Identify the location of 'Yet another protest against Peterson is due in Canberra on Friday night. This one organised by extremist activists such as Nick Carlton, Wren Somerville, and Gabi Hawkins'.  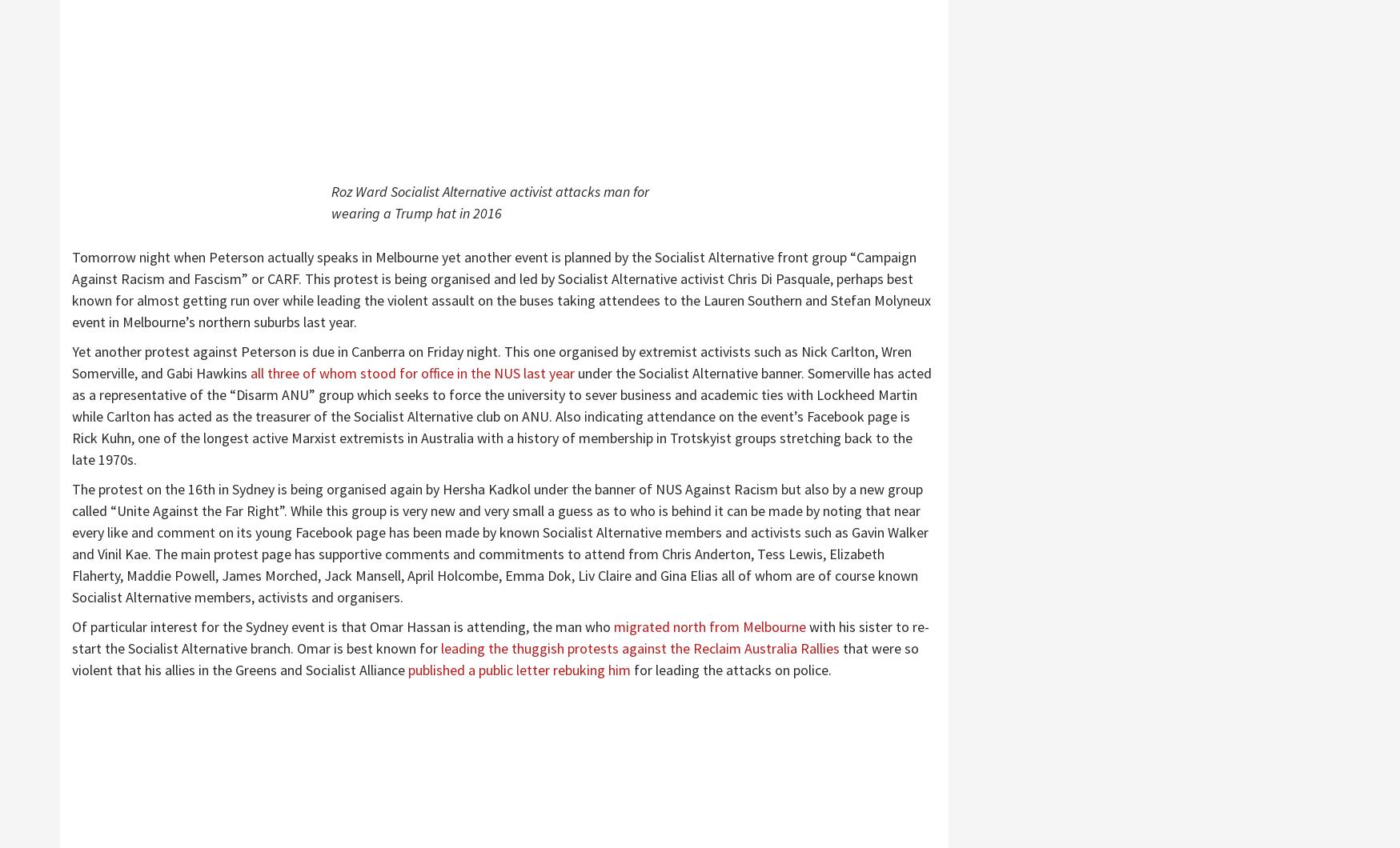
(491, 362).